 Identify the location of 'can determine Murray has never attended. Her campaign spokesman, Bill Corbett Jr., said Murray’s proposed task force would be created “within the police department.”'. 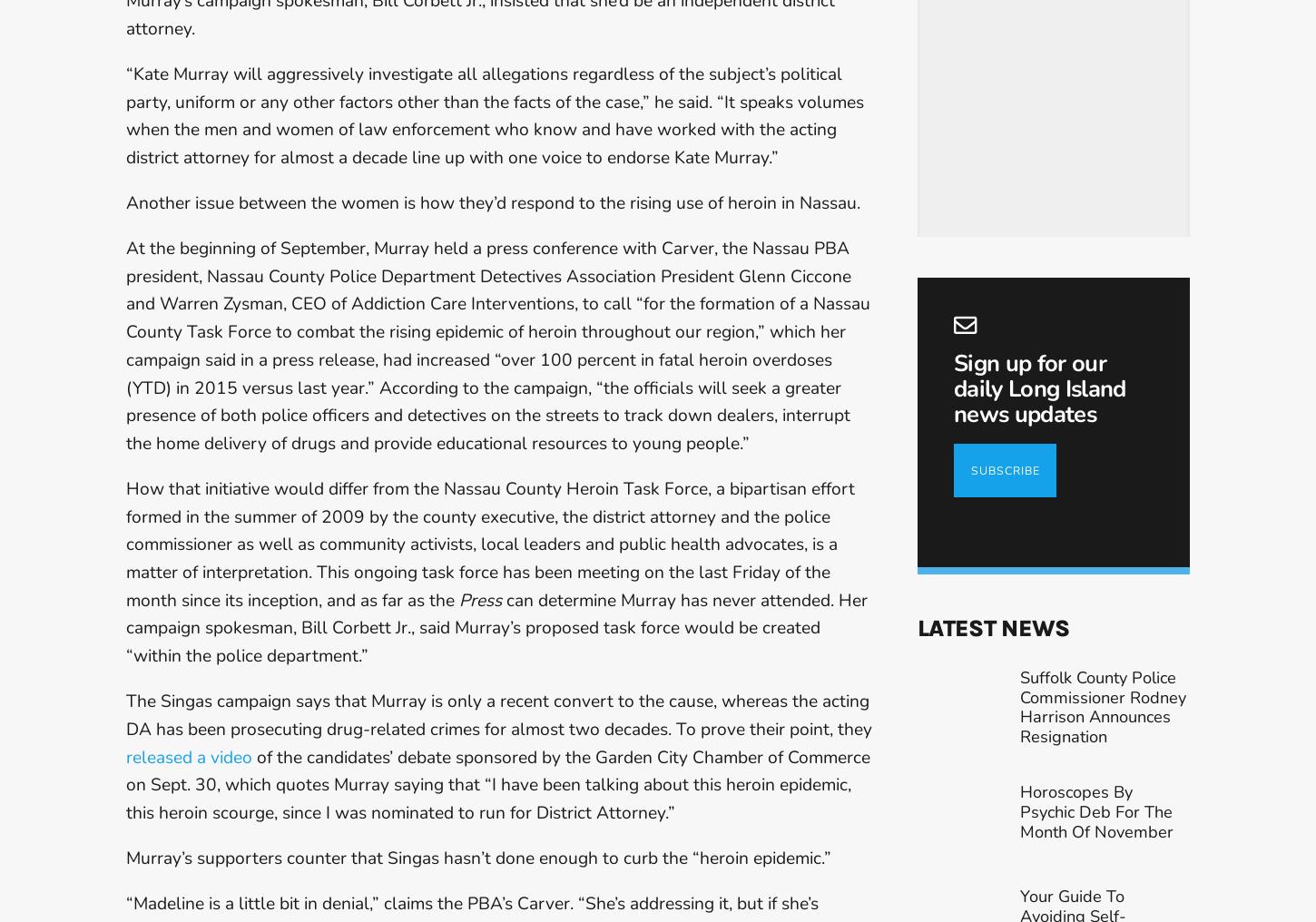
(125, 626).